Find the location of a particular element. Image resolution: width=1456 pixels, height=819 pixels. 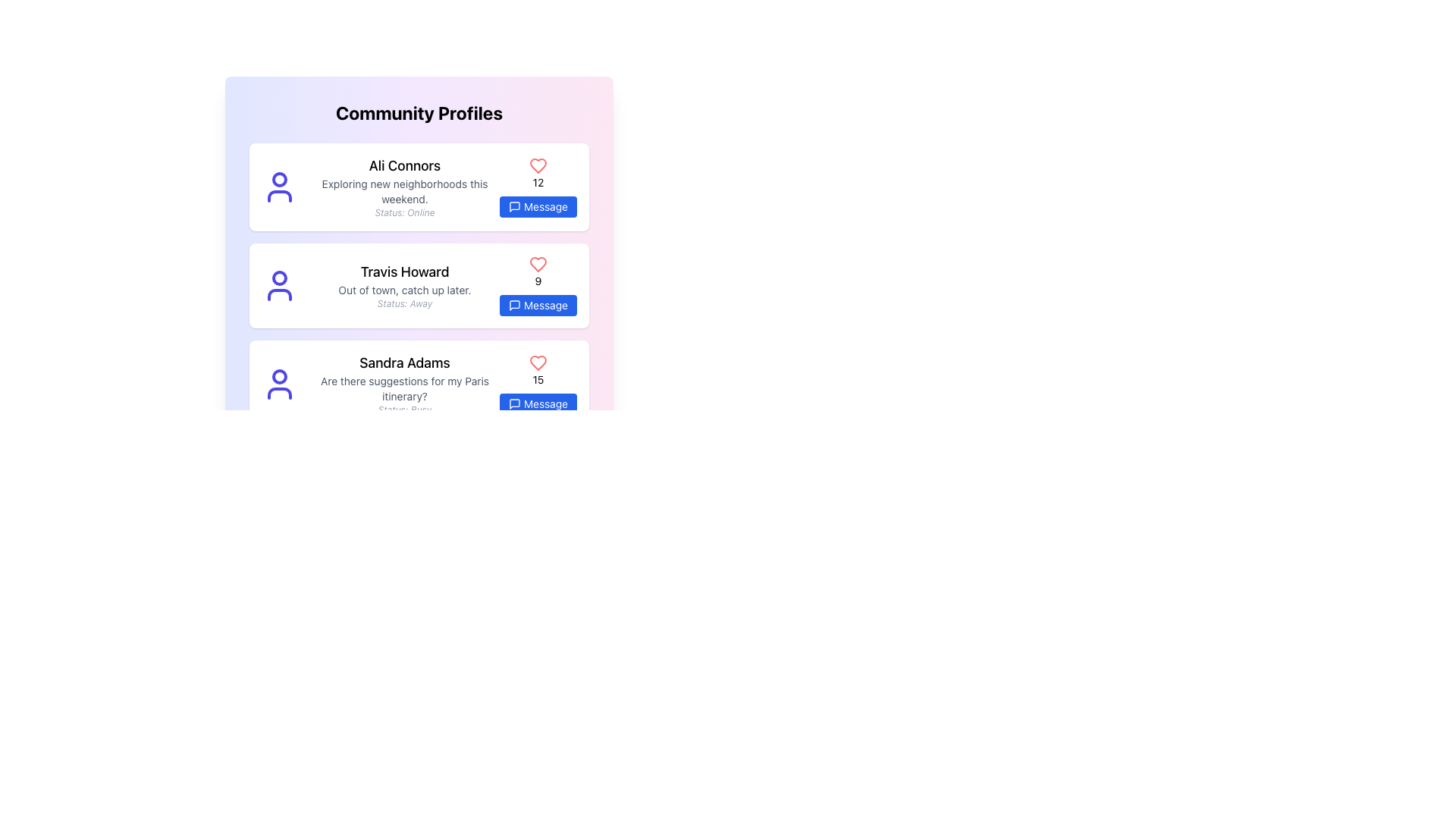

the heart icon in the interaction statistic display for Ali Connors is located at coordinates (538, 186).